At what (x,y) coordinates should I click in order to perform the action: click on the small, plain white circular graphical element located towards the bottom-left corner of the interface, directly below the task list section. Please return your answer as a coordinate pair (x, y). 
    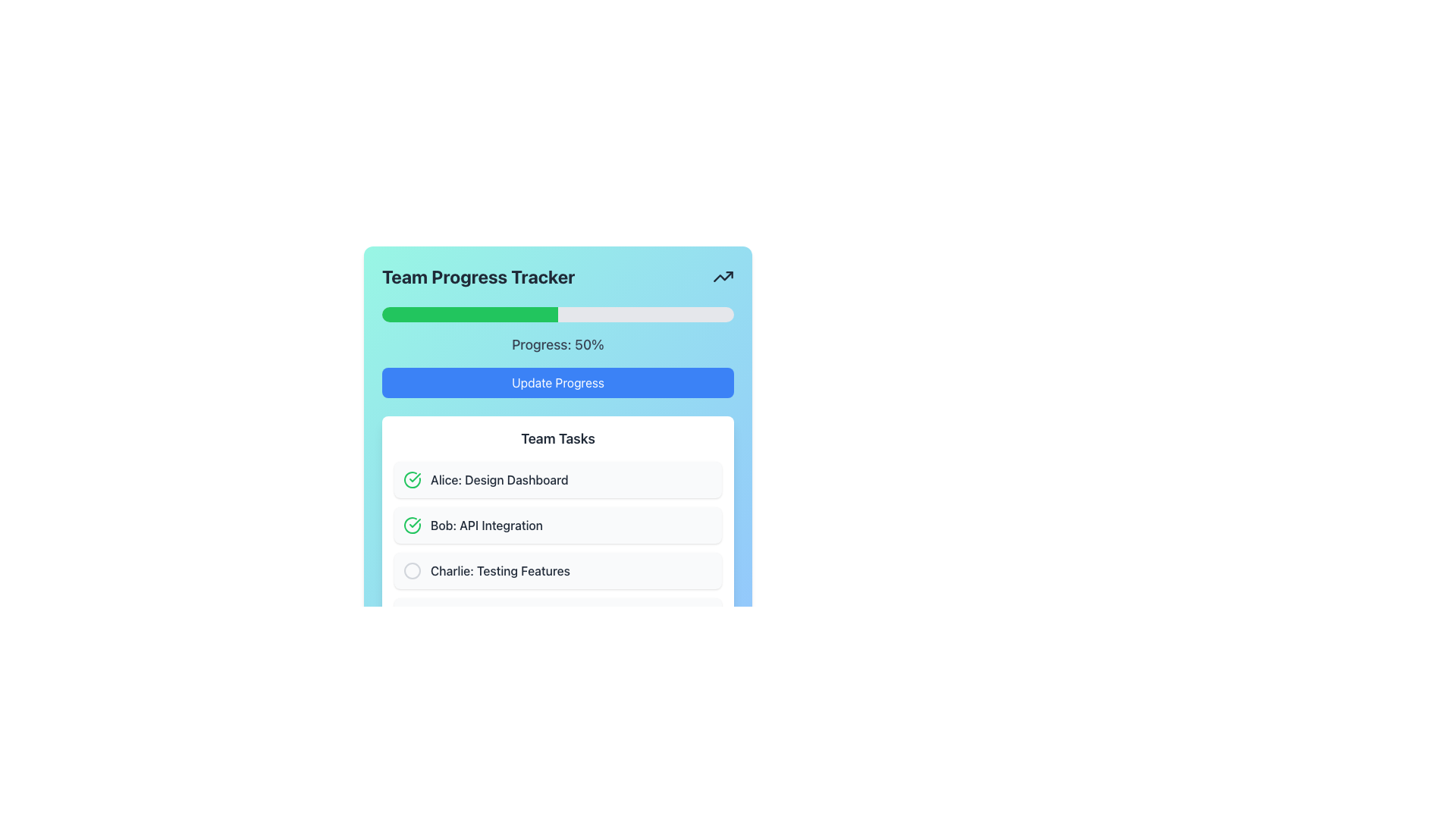
    Looking at the image, I should click on (412, 617).